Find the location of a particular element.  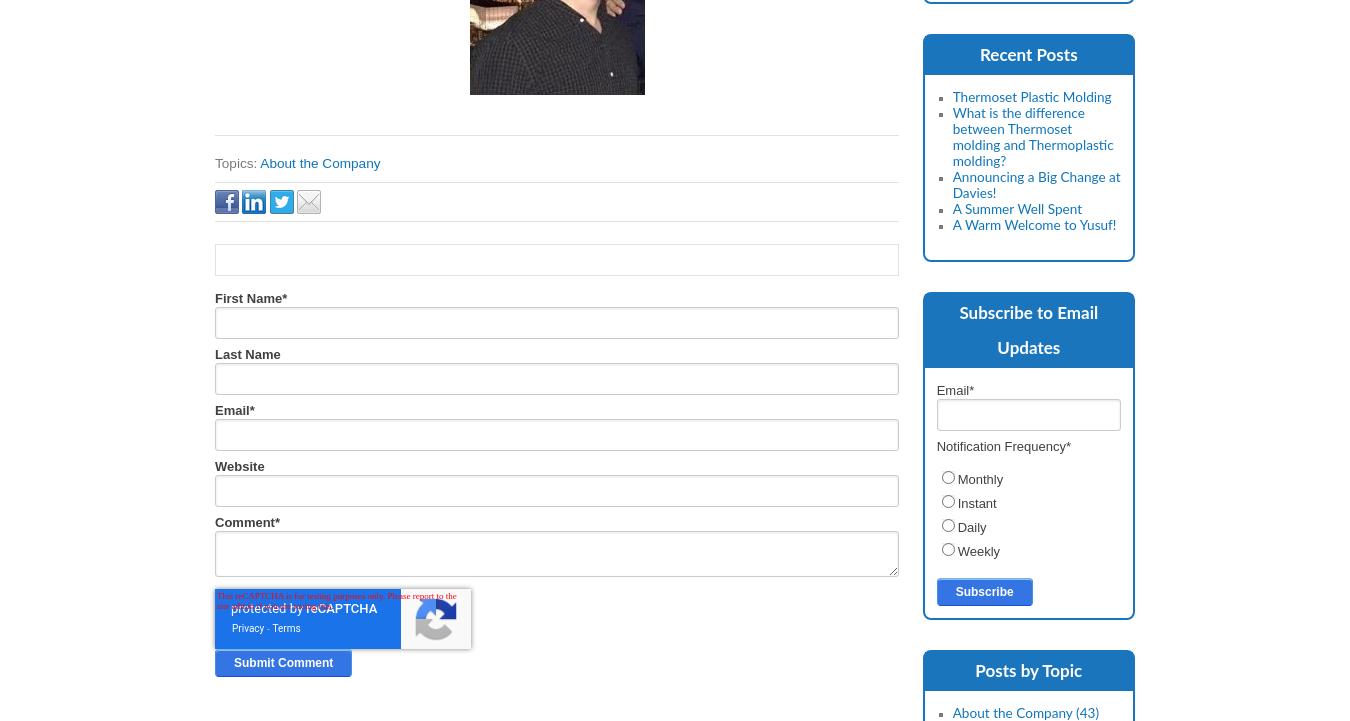

'Daily' is located at coordinates (970, 527).